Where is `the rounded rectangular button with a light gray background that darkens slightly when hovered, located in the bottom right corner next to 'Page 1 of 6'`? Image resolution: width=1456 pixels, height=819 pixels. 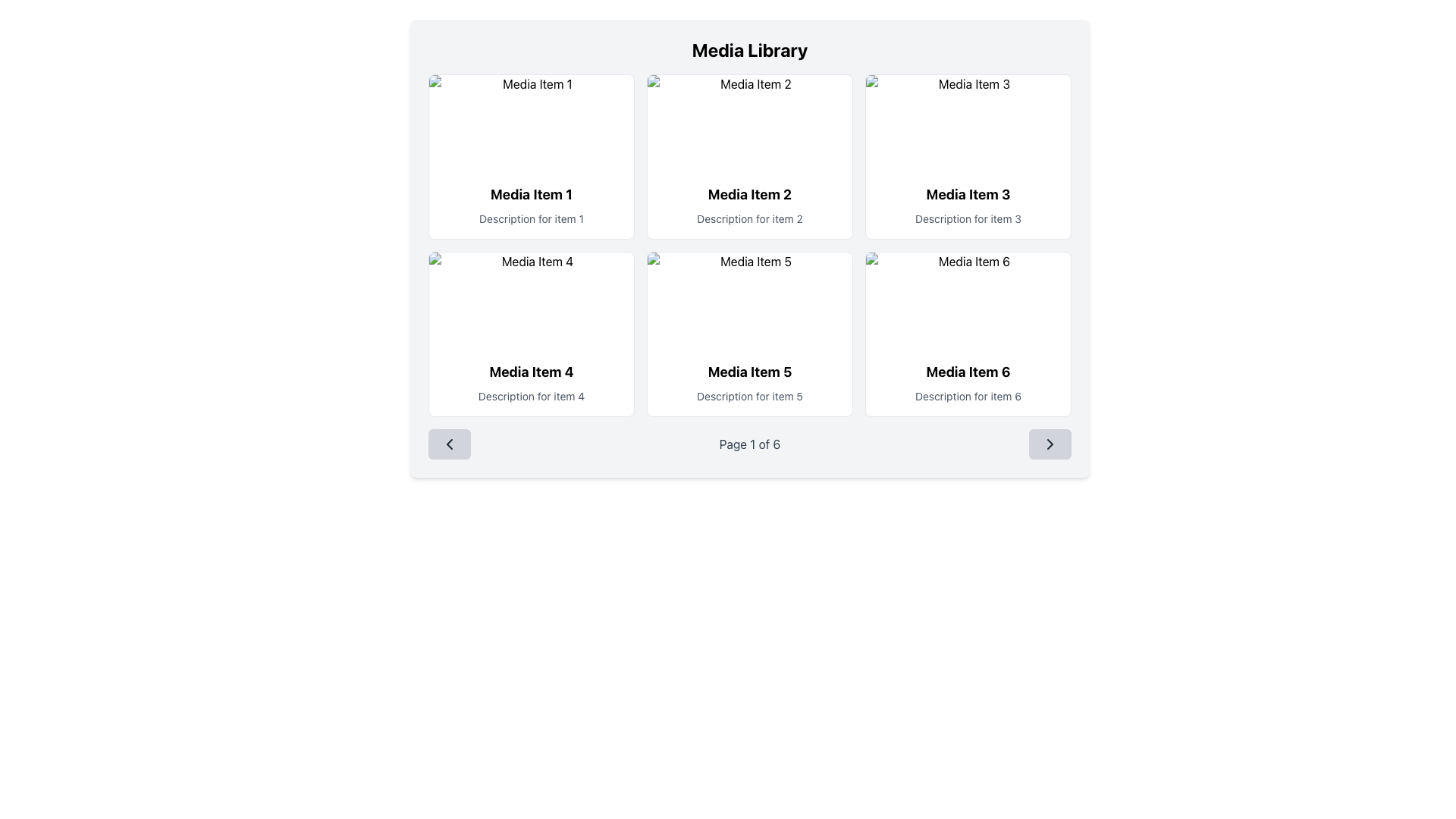 the rounded rectangular button with a light gray background that darkens slightly when hovered, located in the bottom right corner next to 'Page 1 of 6' is located at coordinates (1050, 444).